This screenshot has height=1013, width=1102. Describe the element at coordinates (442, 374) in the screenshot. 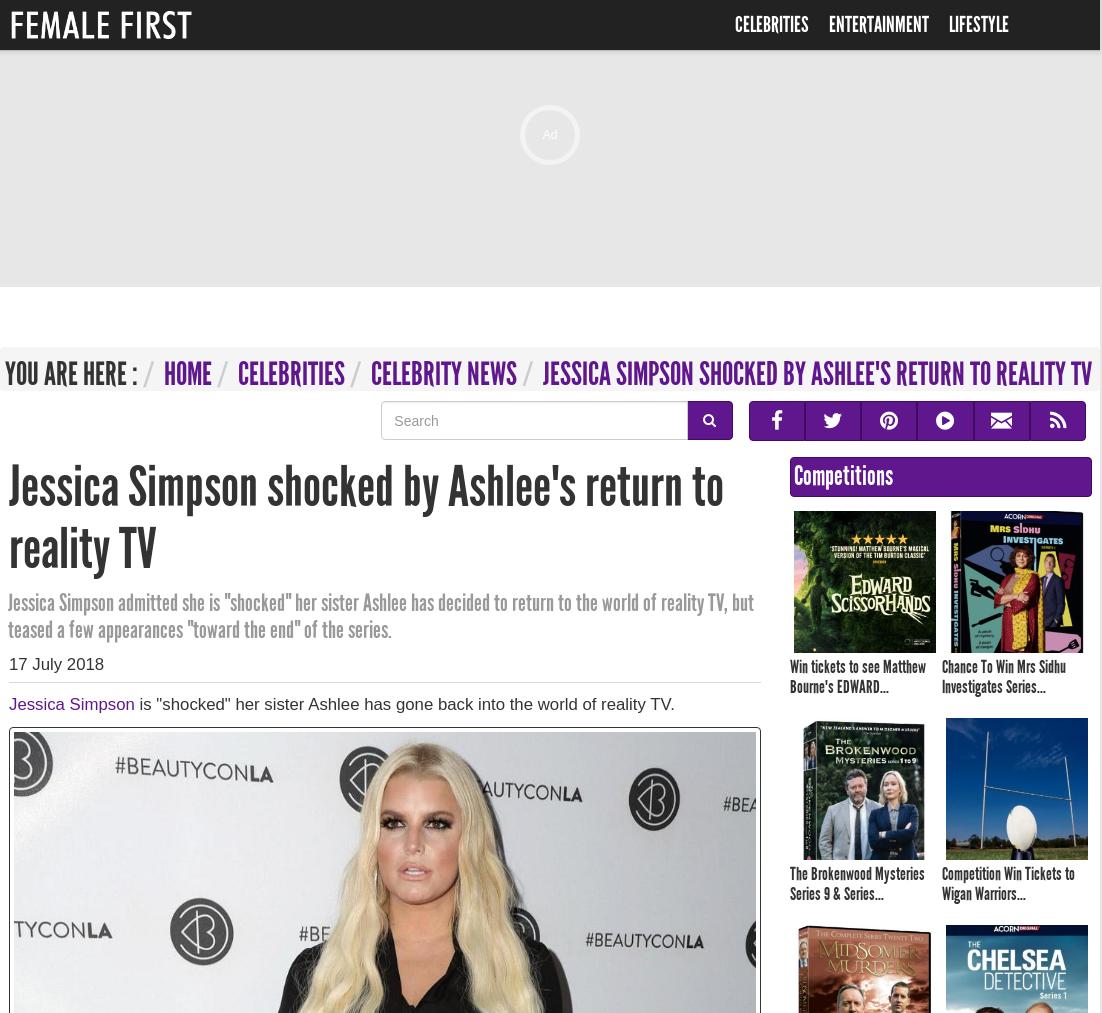

I see `'Celebrity News'` at that location.